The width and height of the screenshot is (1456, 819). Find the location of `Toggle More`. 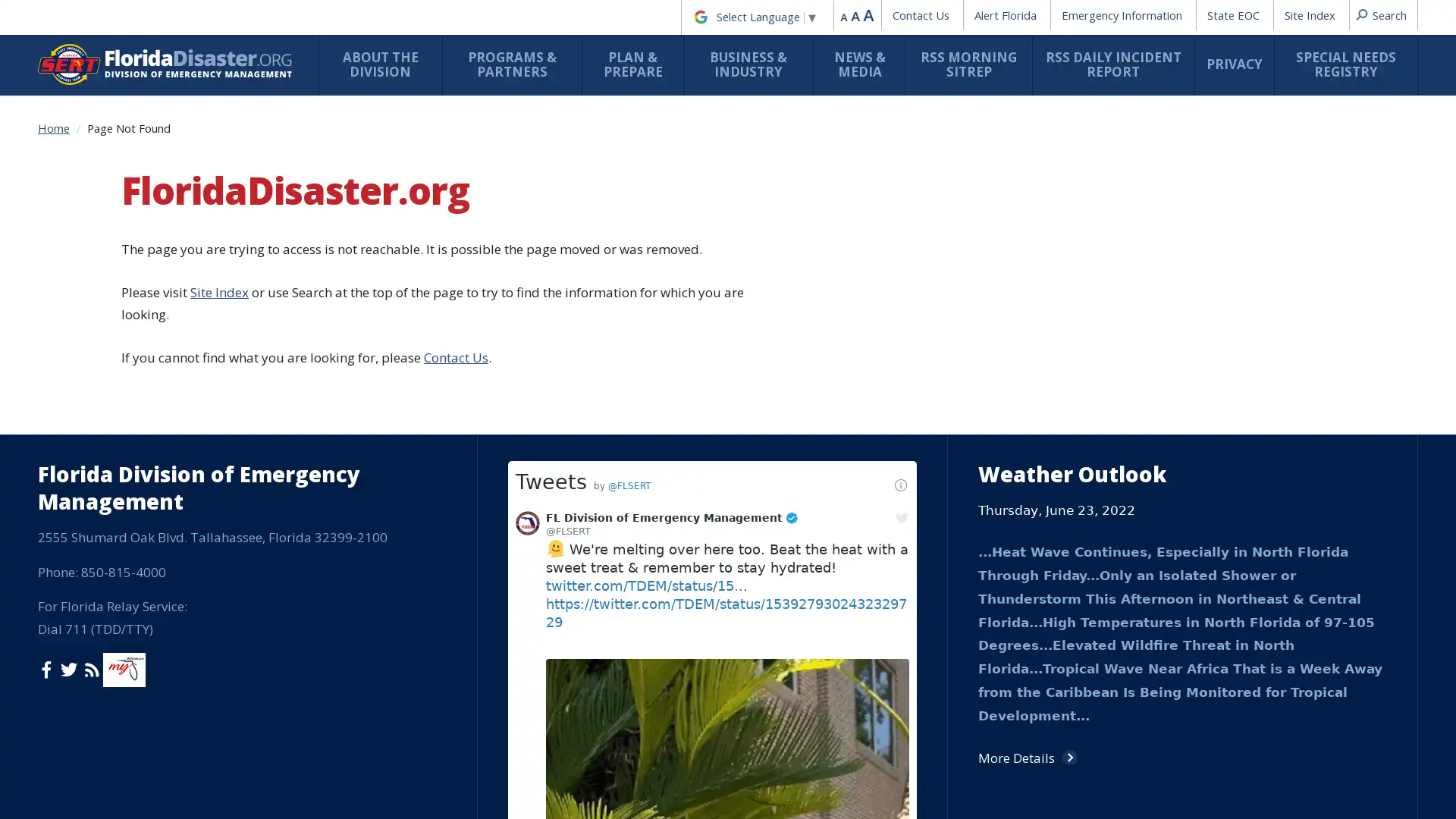

Toggle More is located at coordinates (1022, 416).